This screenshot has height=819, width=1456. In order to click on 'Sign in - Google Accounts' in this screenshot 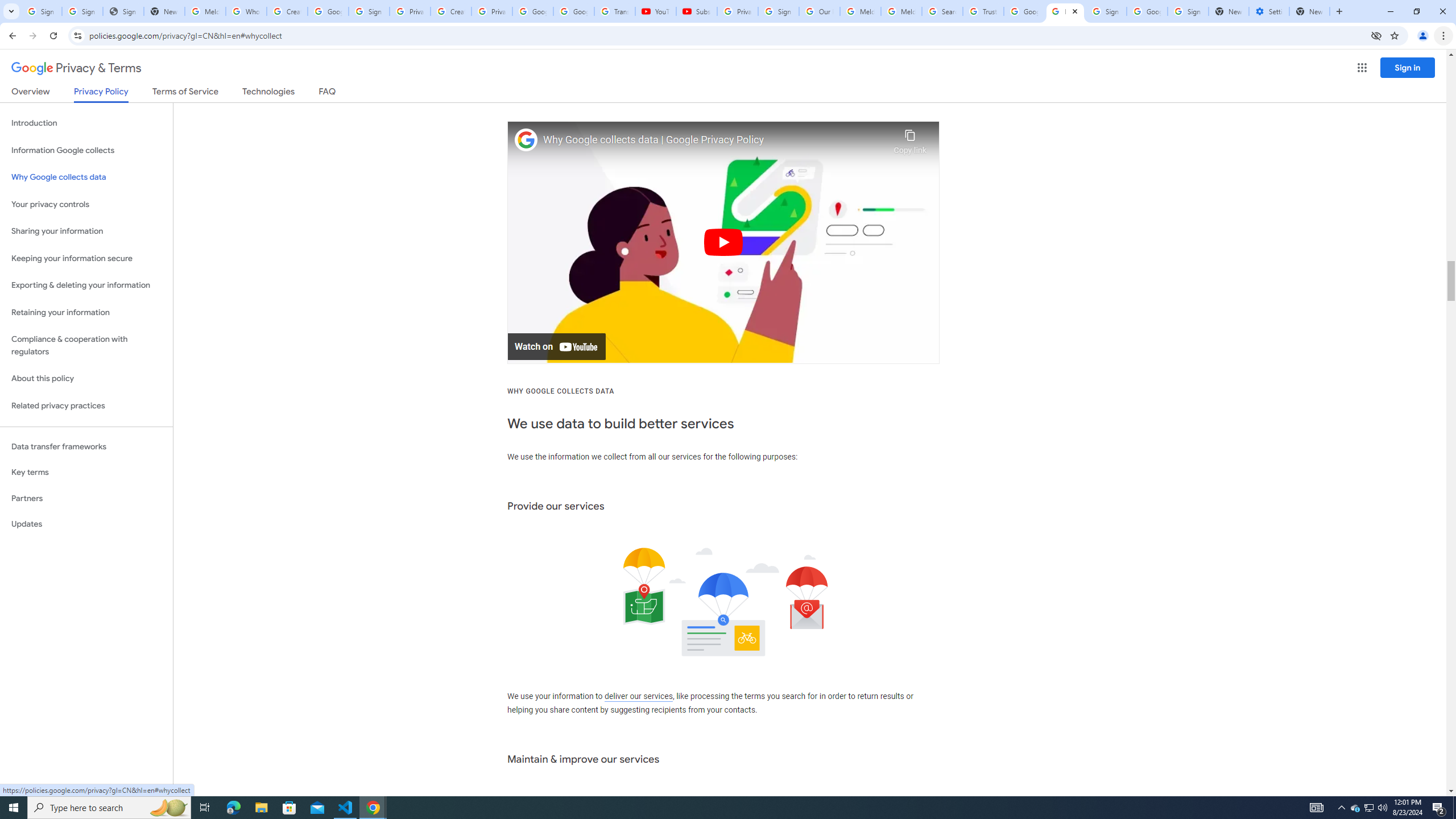, I will do `click(1106, 11)`.